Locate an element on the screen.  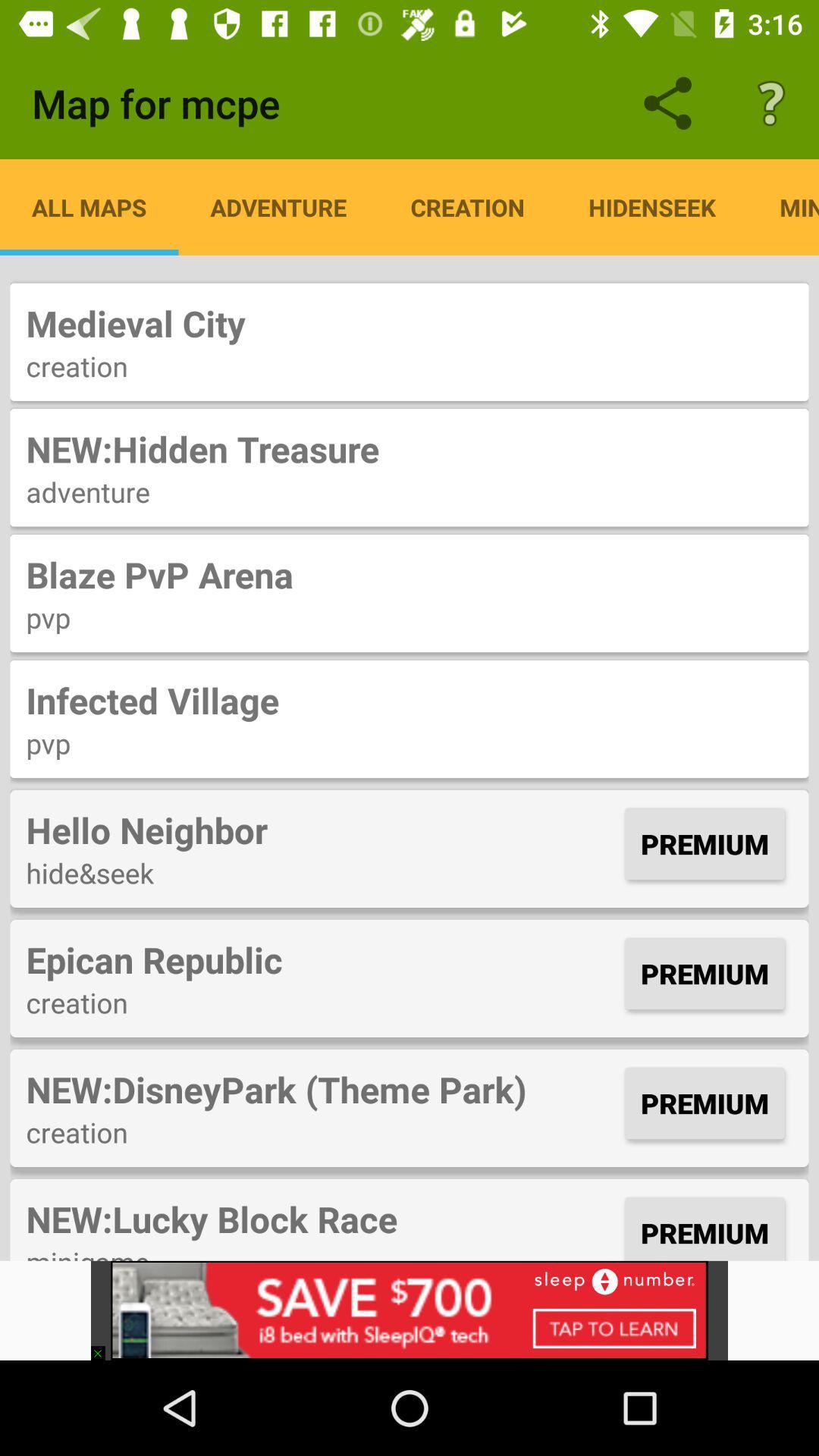
the blaze pvp arena item is located at coordinates (409, 573).